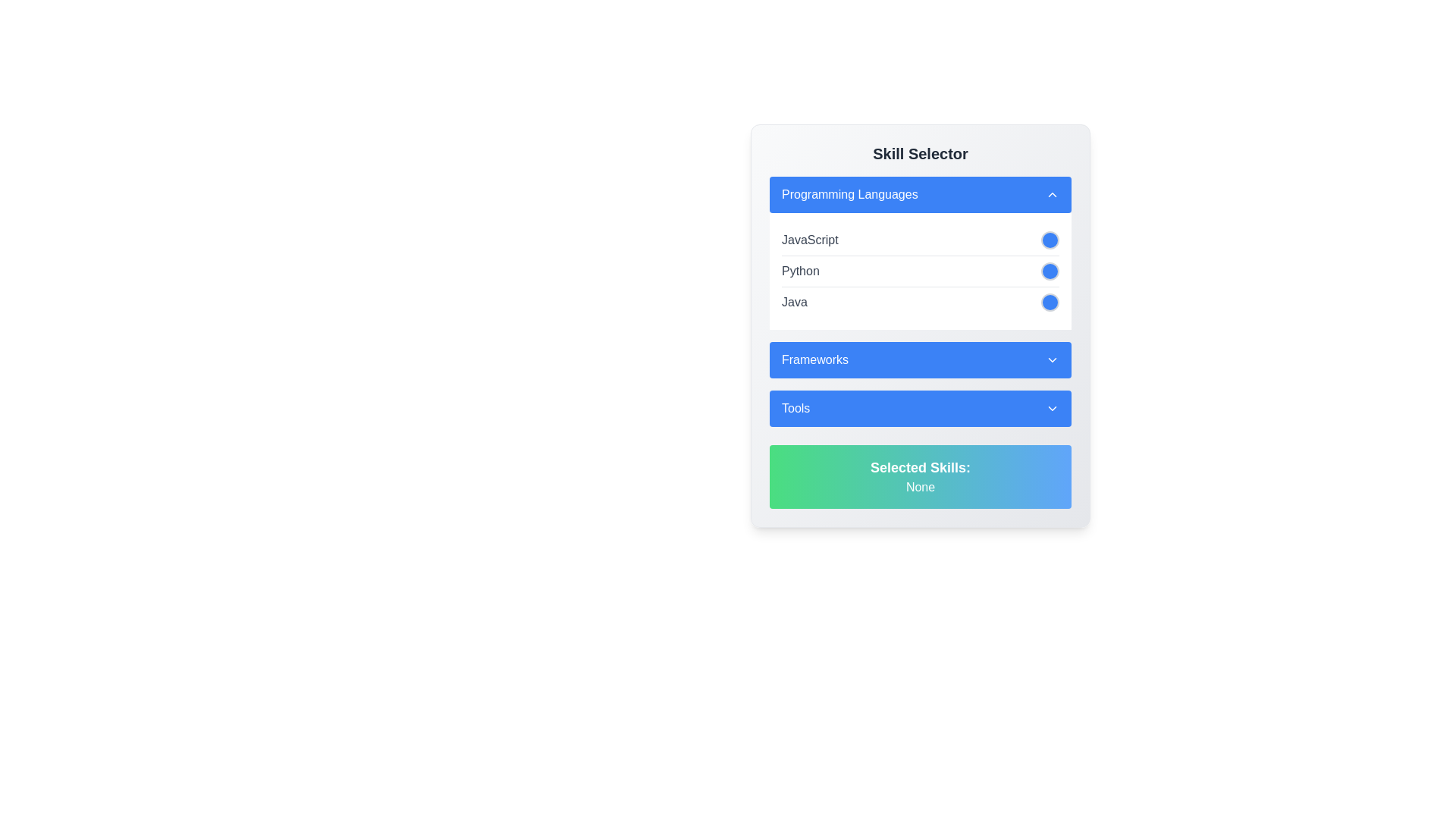 Image resolution: width=1456 pixels, height=819 pixels. Describe the element at coordinates (1050, 302) in the screenshot. I see `the circular blue button with a white border located to the far right of the 'Java' text in the third row of the 'Programming Languages' section` at that location.